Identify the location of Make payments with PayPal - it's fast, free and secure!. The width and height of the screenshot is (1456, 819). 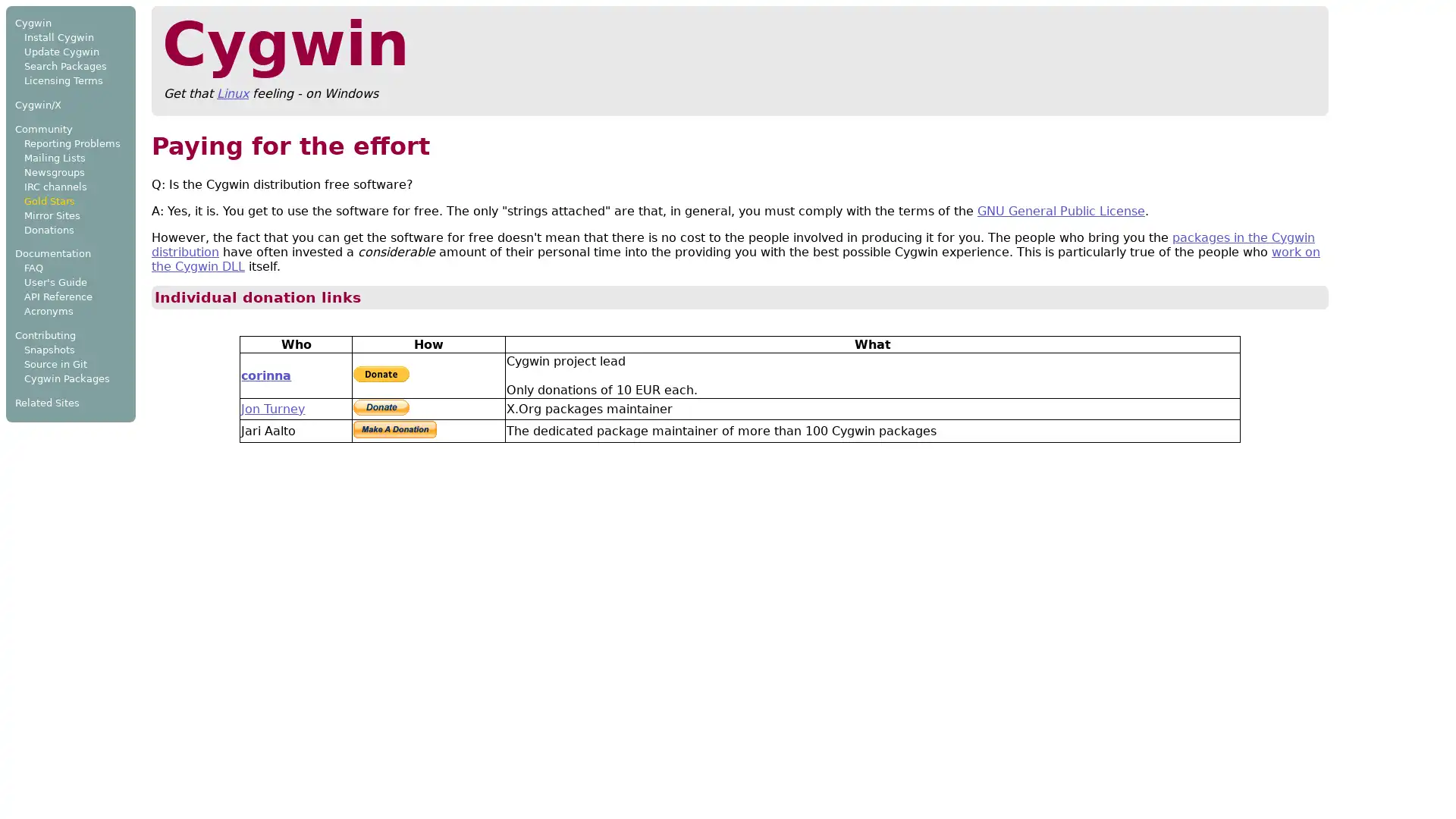
(395, 428).